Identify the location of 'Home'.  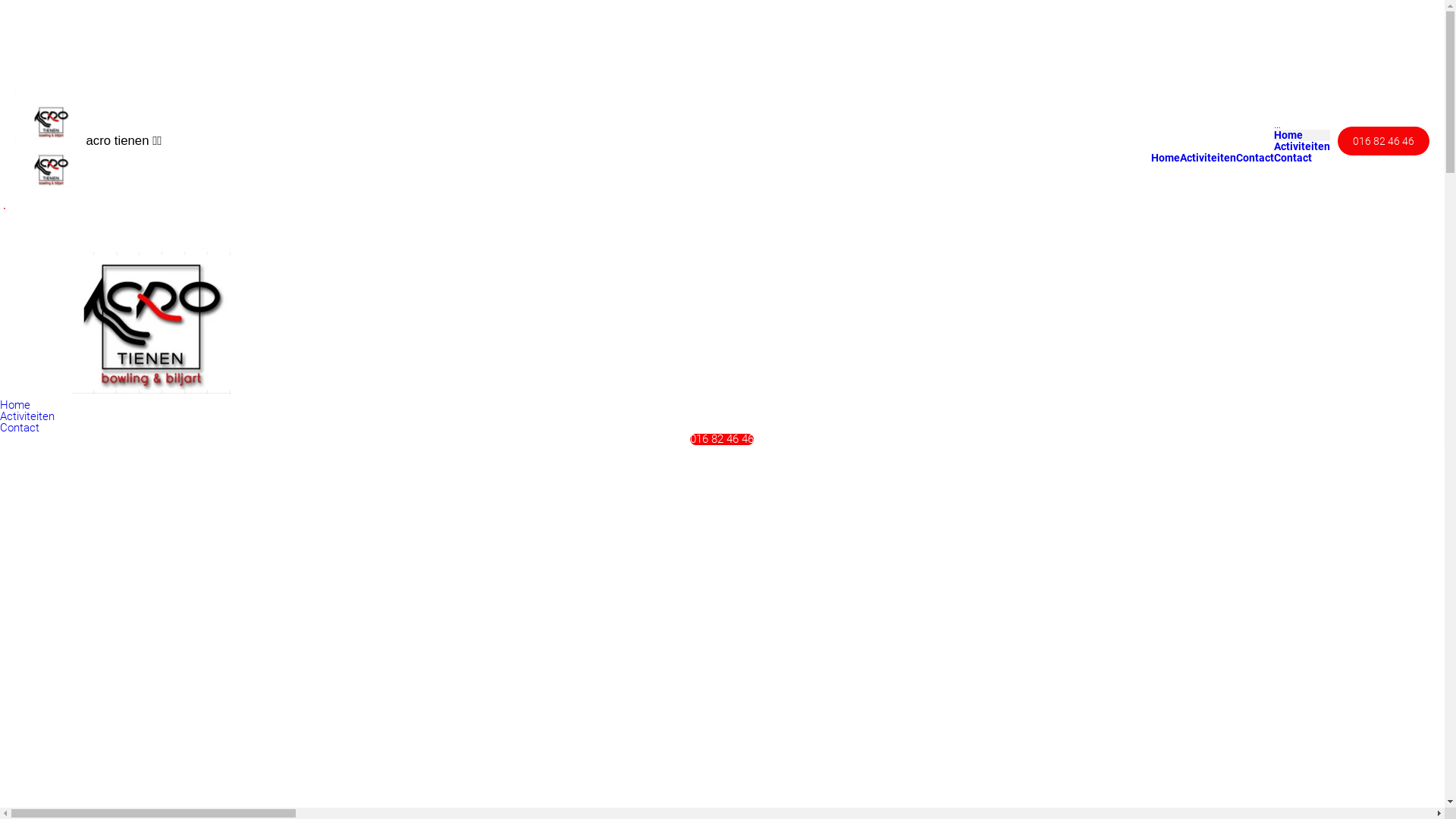
(1164, 157).